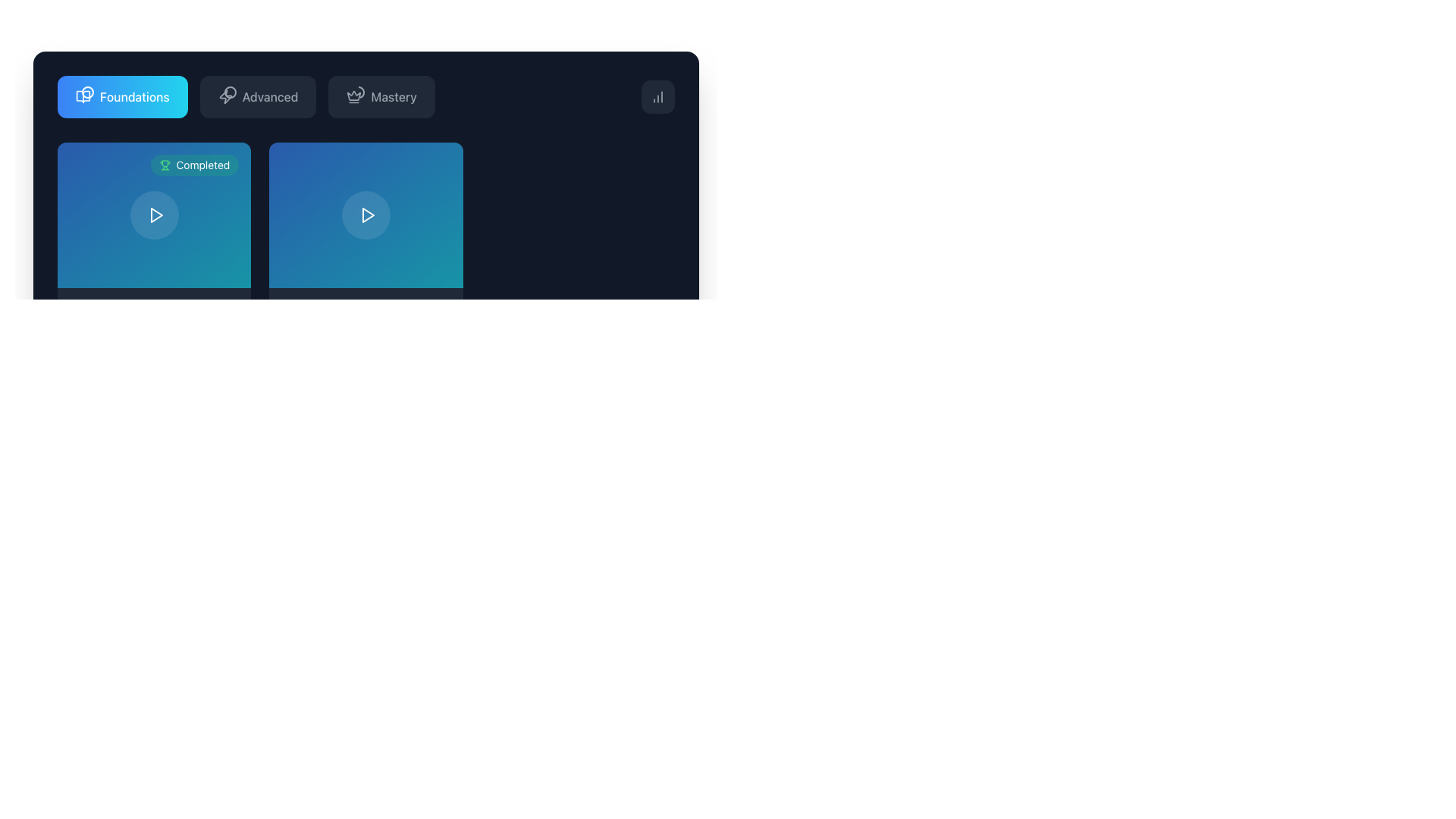  Describe the element at coordinates (229, 93) in the screenshot. I see `the circular progress indicator located at the top-right corner of the card with a green 'Completed' badge` at that location.